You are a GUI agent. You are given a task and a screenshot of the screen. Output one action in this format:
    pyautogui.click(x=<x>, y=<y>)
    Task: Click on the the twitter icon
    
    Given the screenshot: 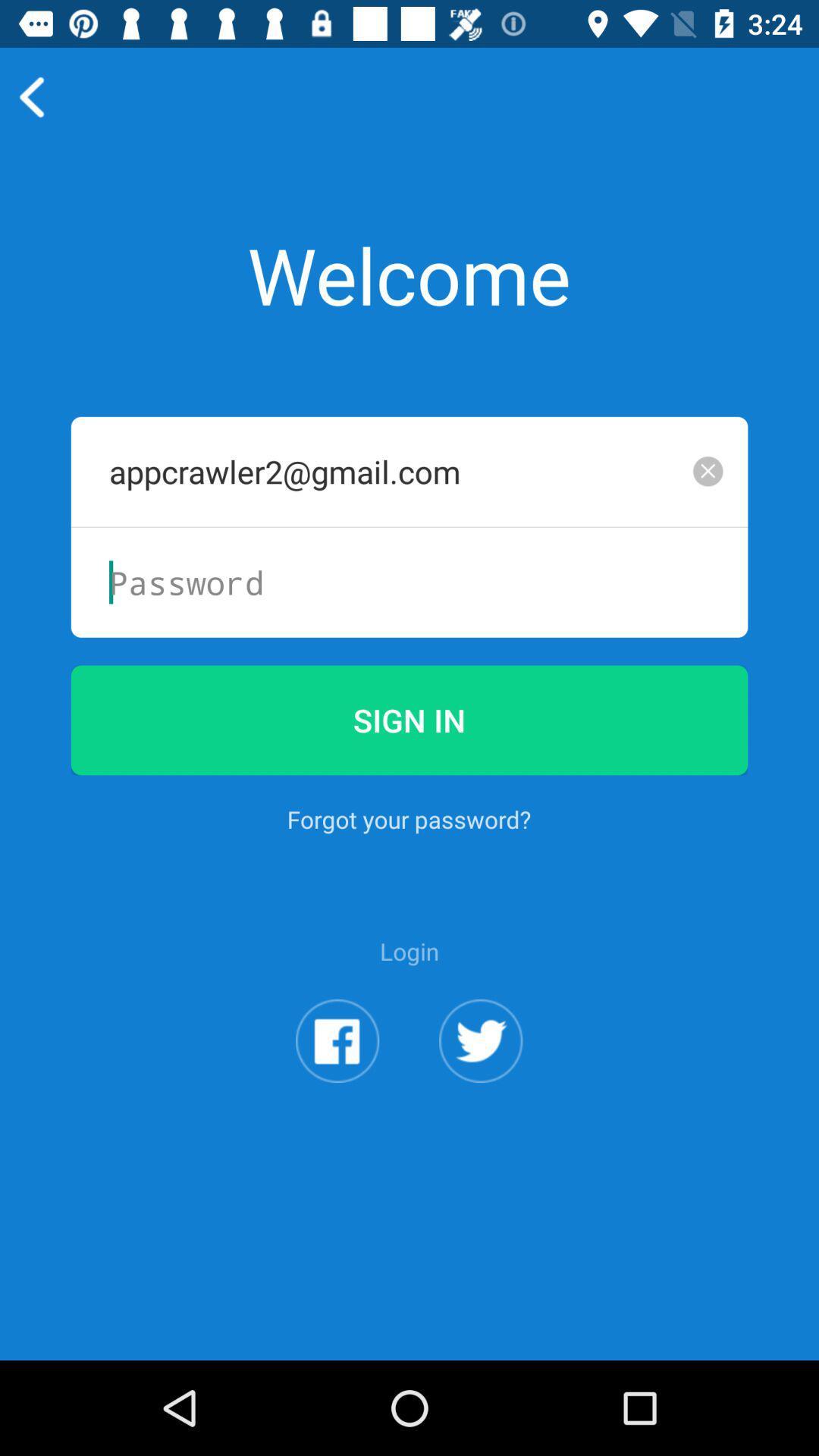 What is the action you would take?
    pyautogui.click(x=481, y=1114)
    